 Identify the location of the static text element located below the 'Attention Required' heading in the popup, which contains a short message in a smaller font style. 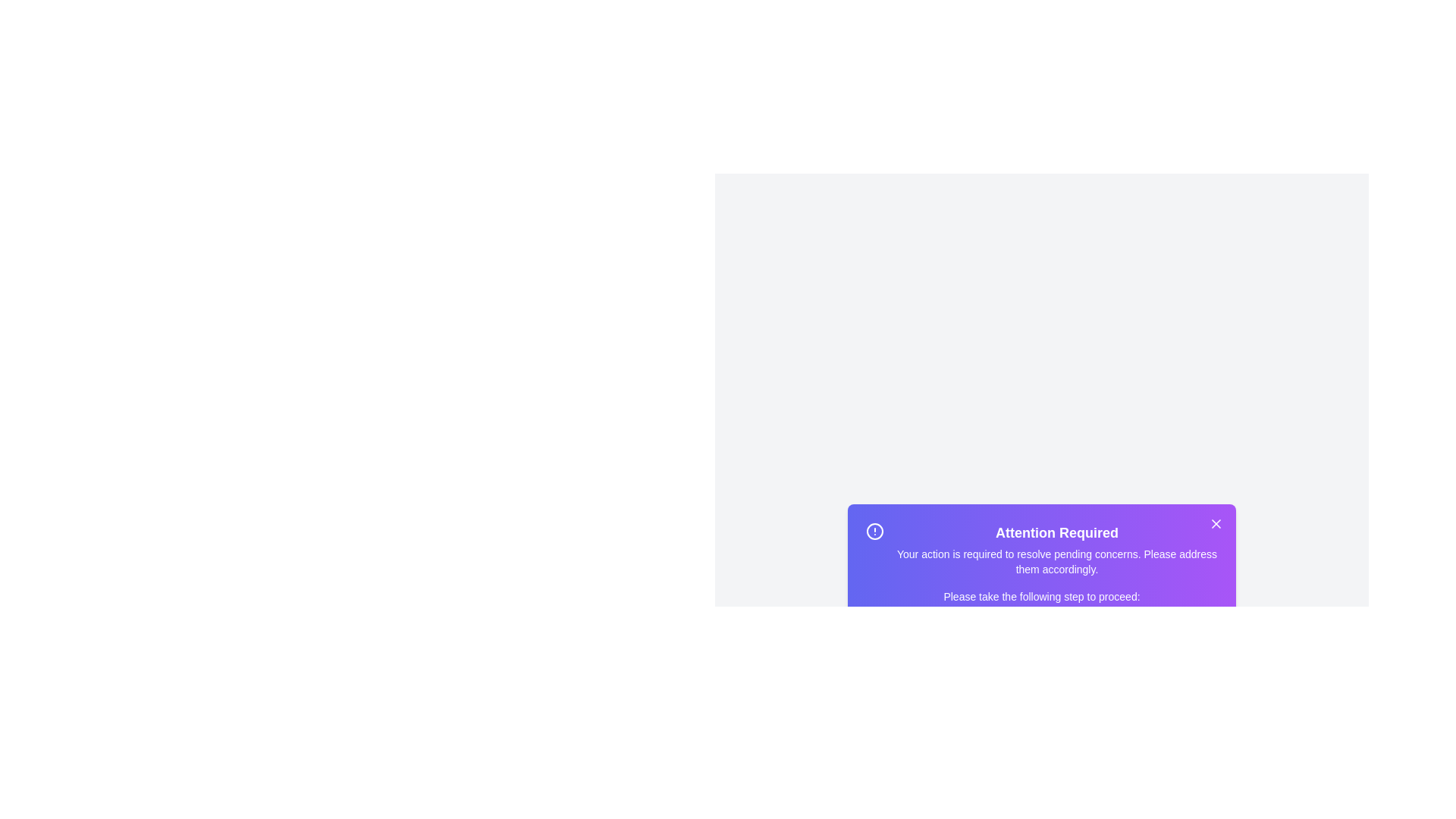
(1056, 561).